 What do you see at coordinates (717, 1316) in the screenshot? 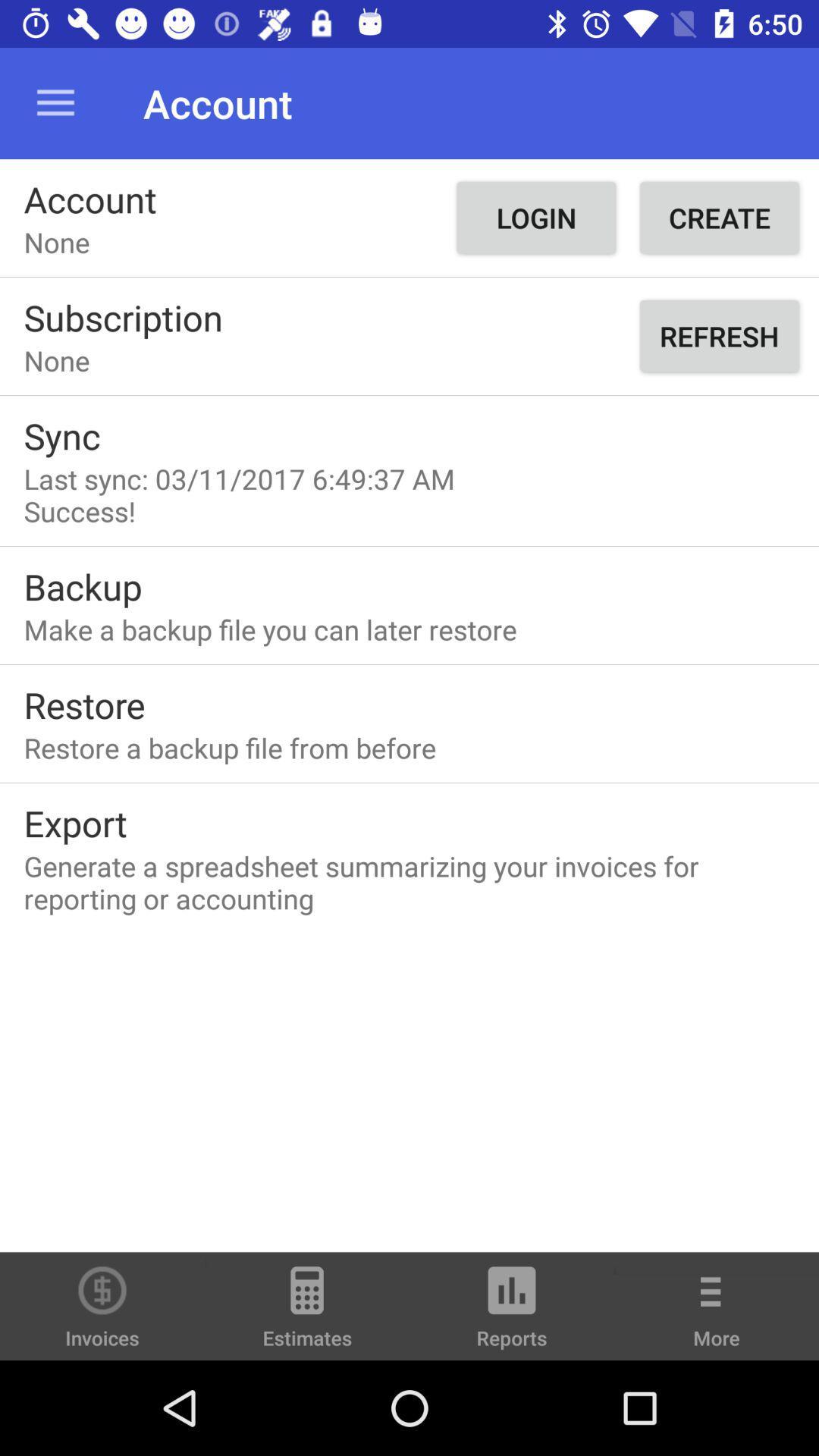
I see `item at the bottom right corner` at bounding box center [717, 1316].